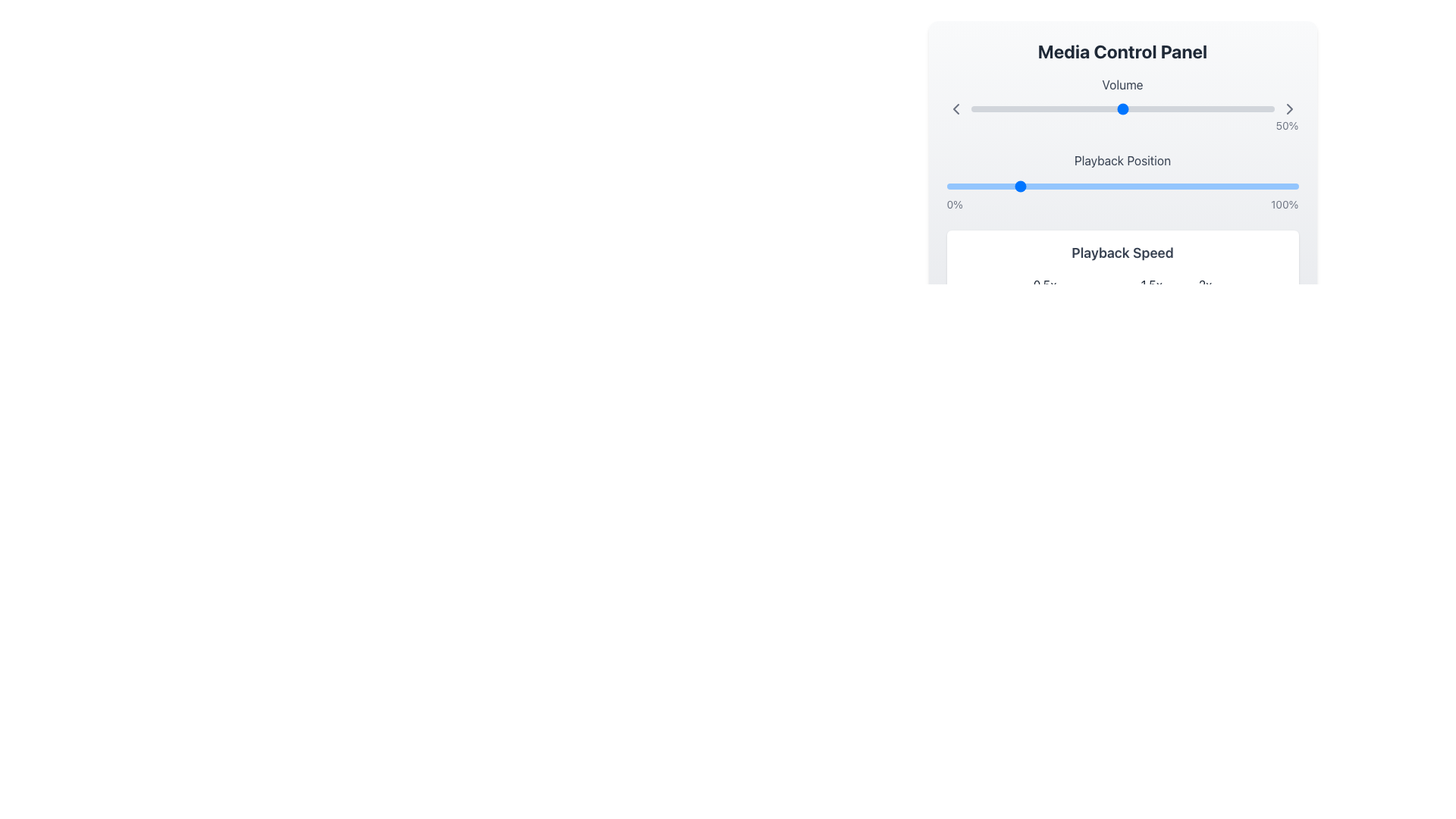  I want to click on the playback position, so click(1147, 186).